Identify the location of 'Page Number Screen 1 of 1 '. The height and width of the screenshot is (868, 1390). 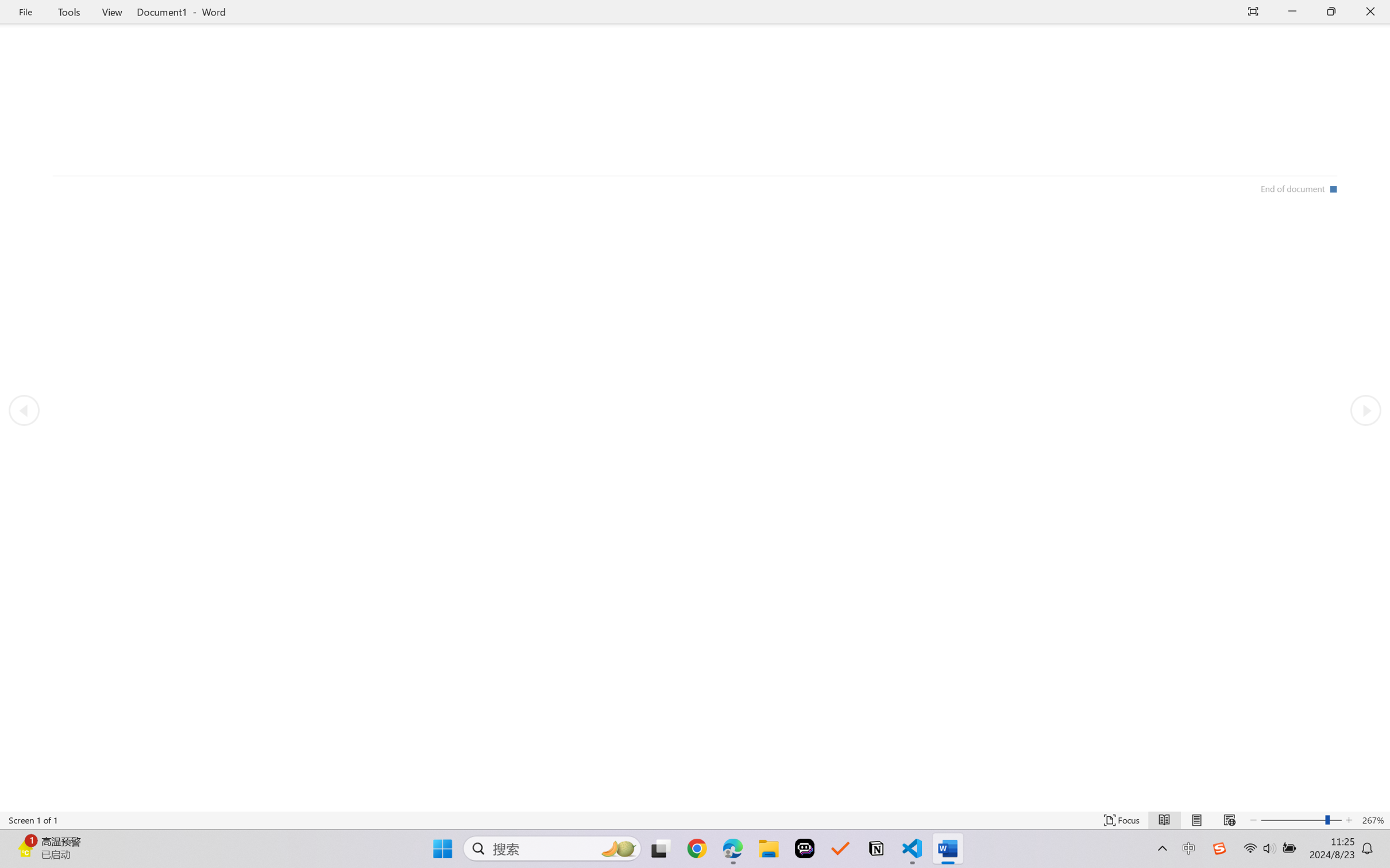
(33, 820).